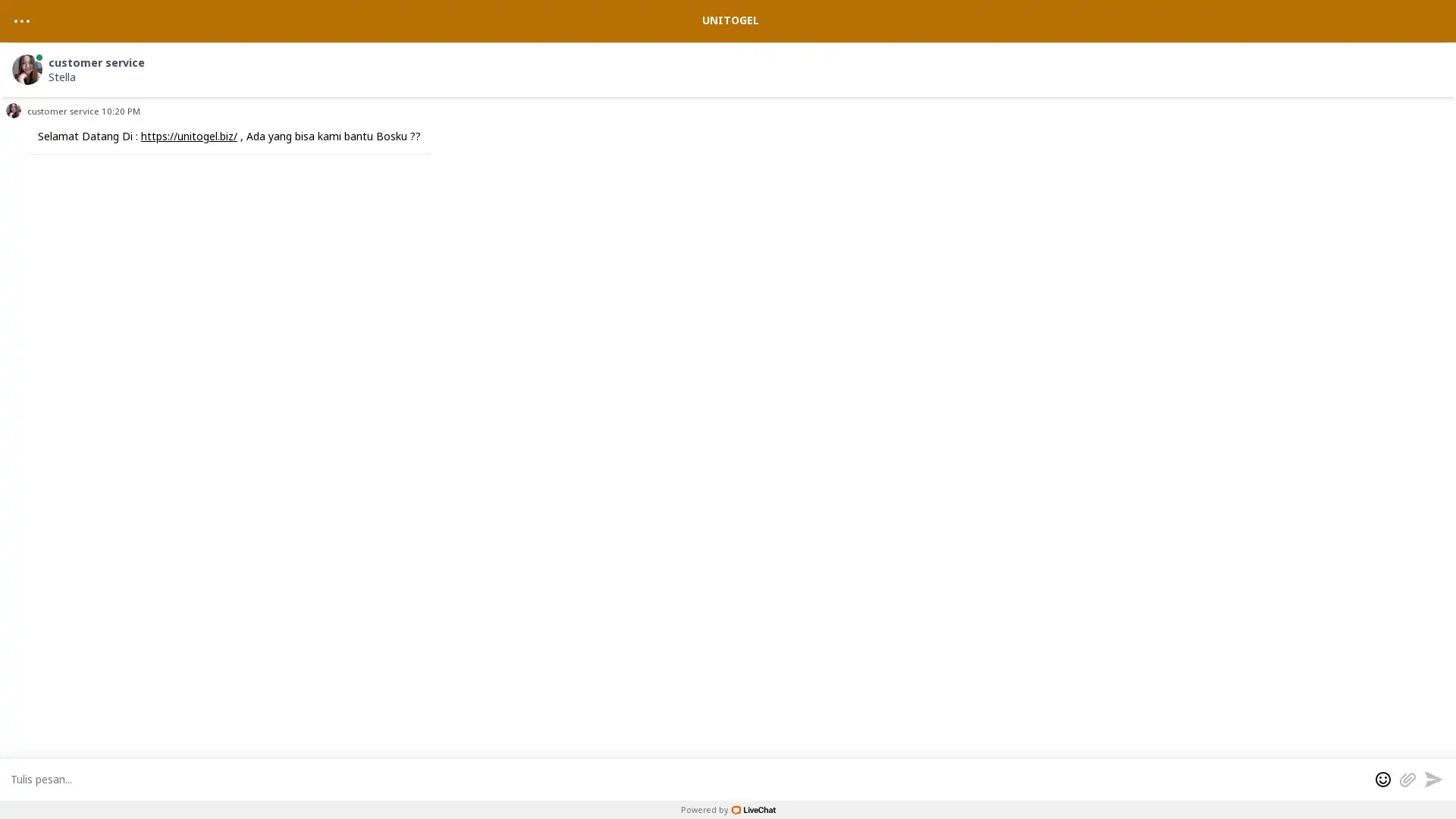 This screenshot has height=819, width=1456. Describe the element at coordinates (1407, 778) in the screenshot. I see `Send a file` at that location.